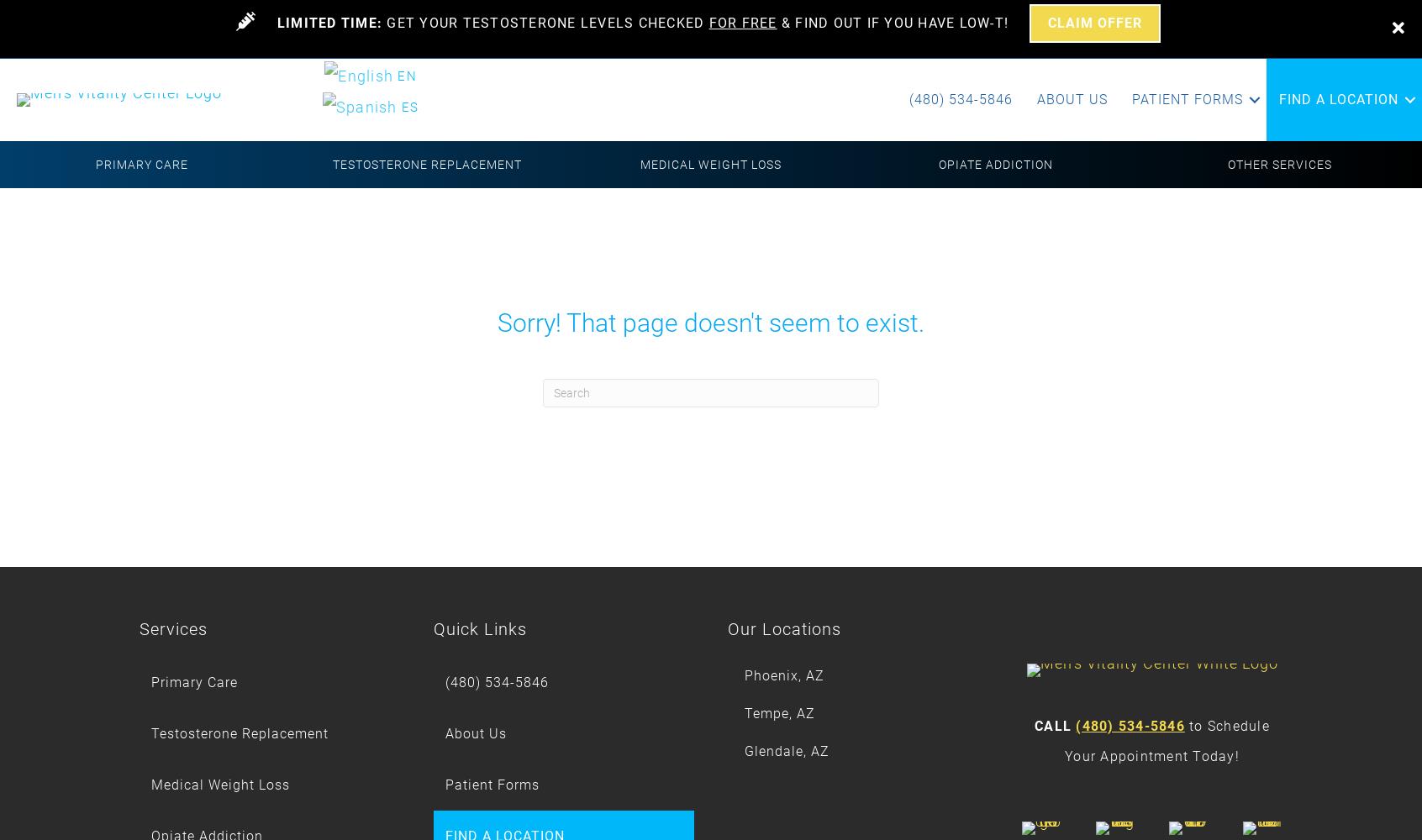 The width and height of the screenshot is (1422, 840). What do you see at coordinates (938, 164) in the screenshot?
I see `'Opiate Addiction'` at bounding box center [938, 164].